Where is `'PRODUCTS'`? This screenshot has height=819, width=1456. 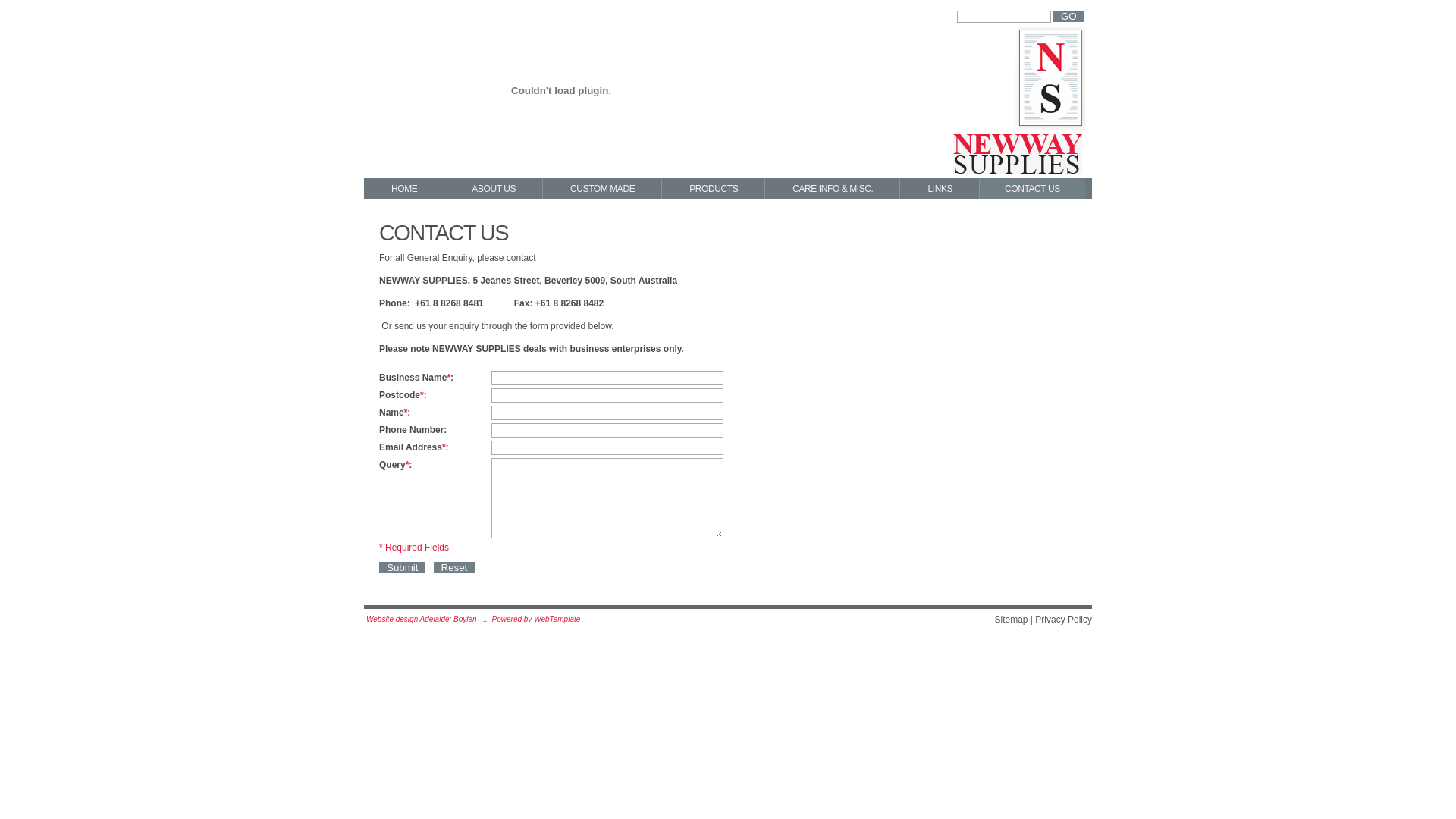 'PRODUCTS' is located at coordinates (662, 188).